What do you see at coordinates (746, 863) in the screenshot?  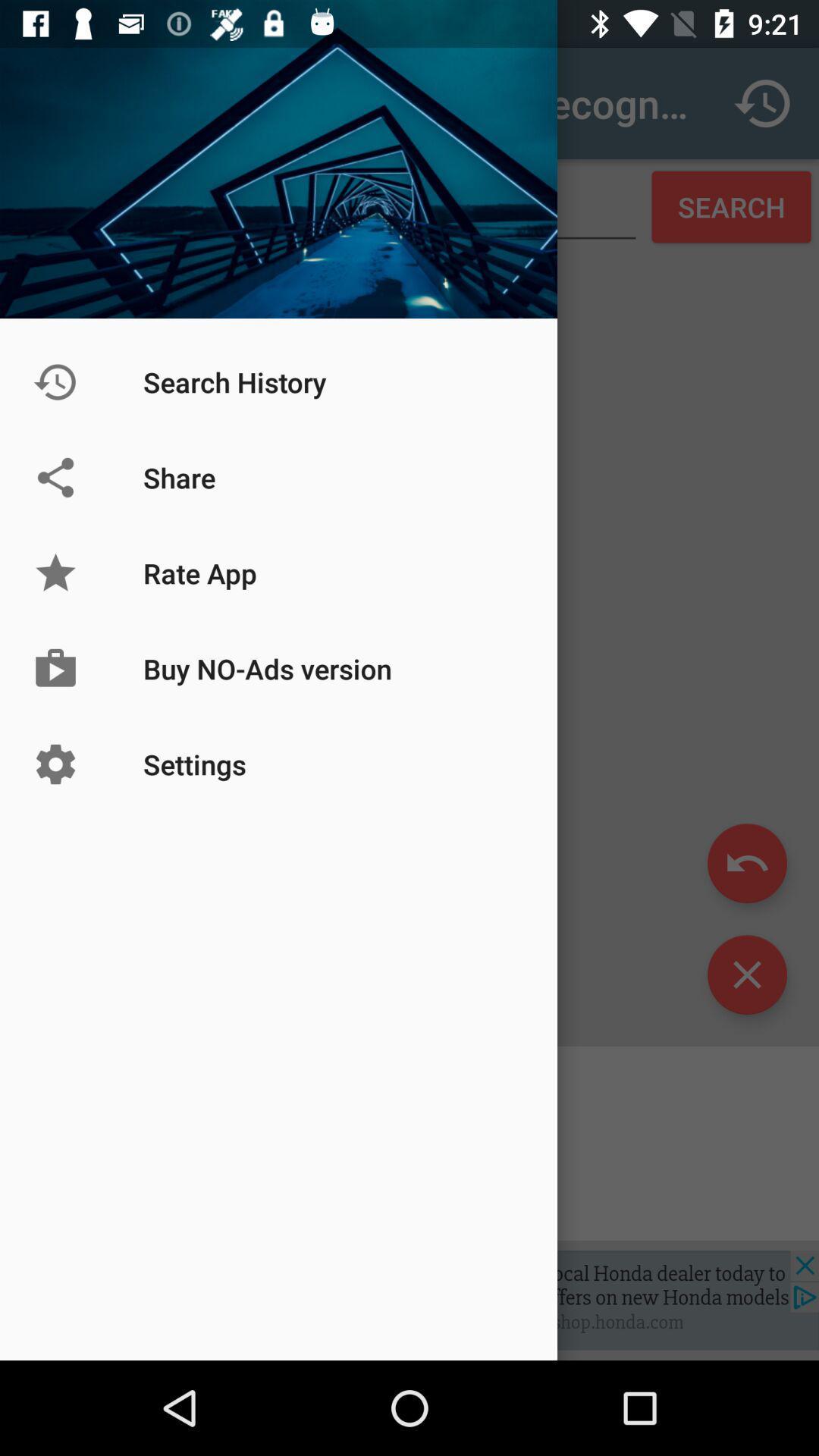 I see `the undo icon` at bounding box center [746, 863].